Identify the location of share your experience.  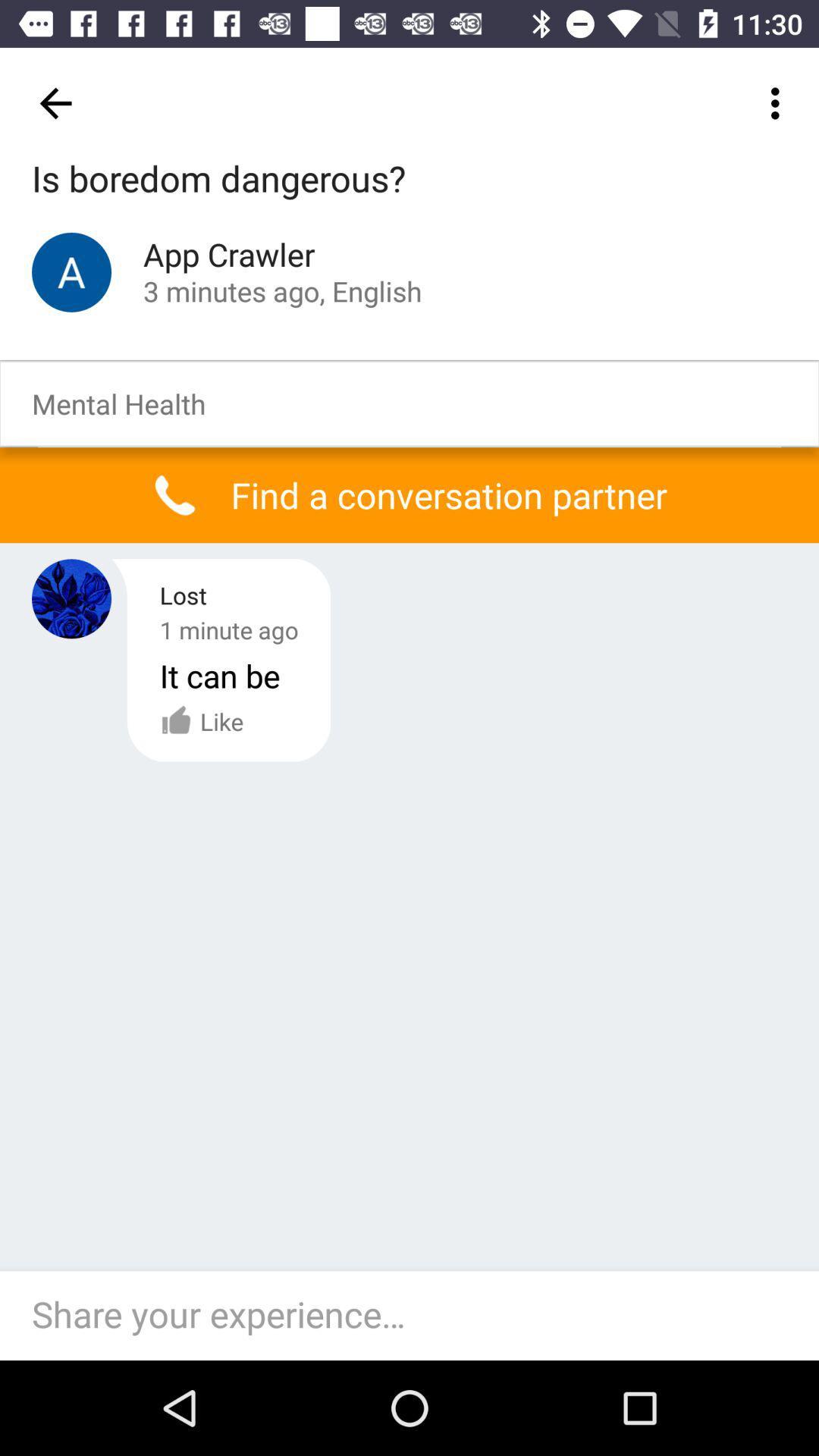
(417, 1315).